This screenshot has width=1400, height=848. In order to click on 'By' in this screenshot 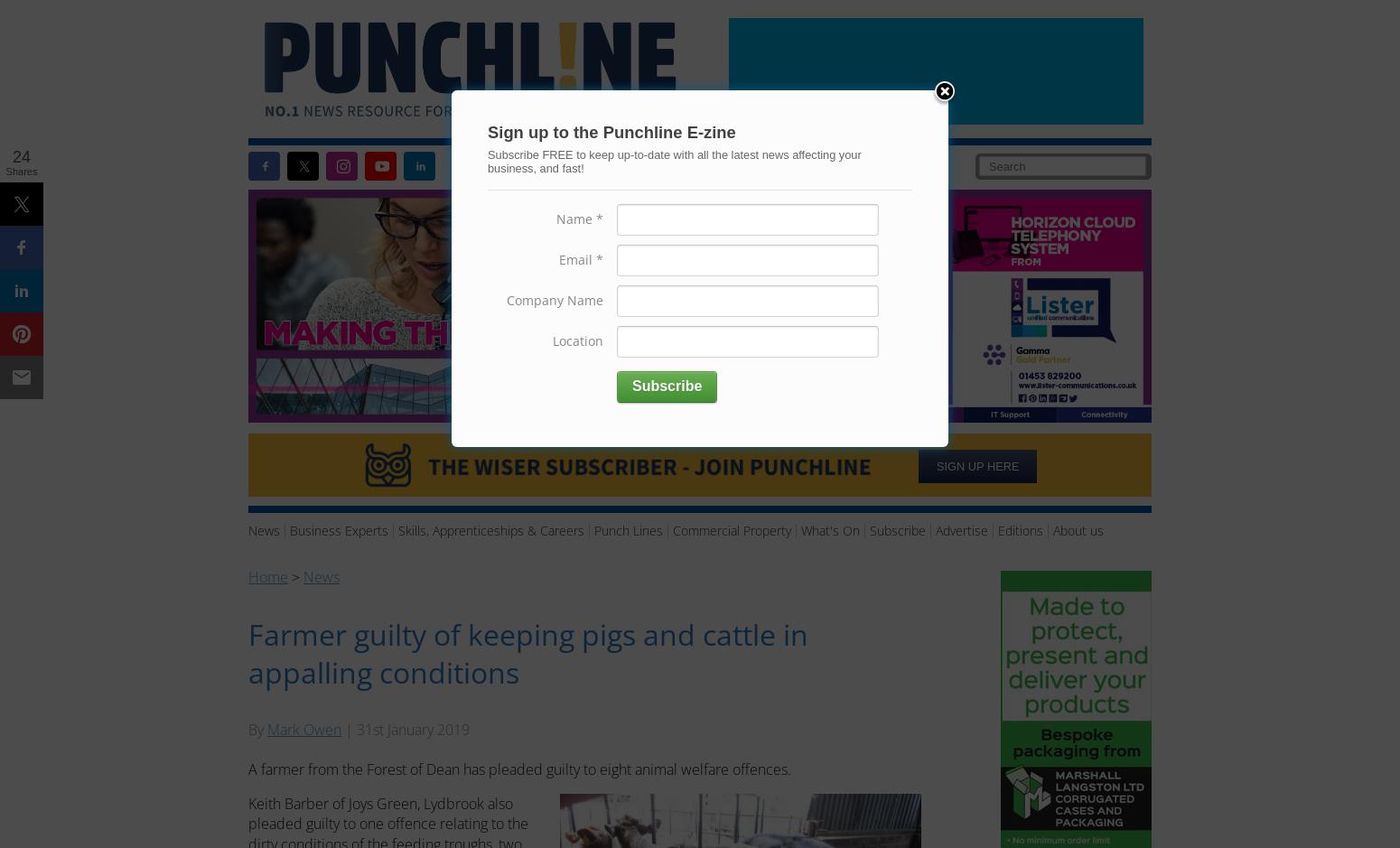, I will do `click(257, 730)`.